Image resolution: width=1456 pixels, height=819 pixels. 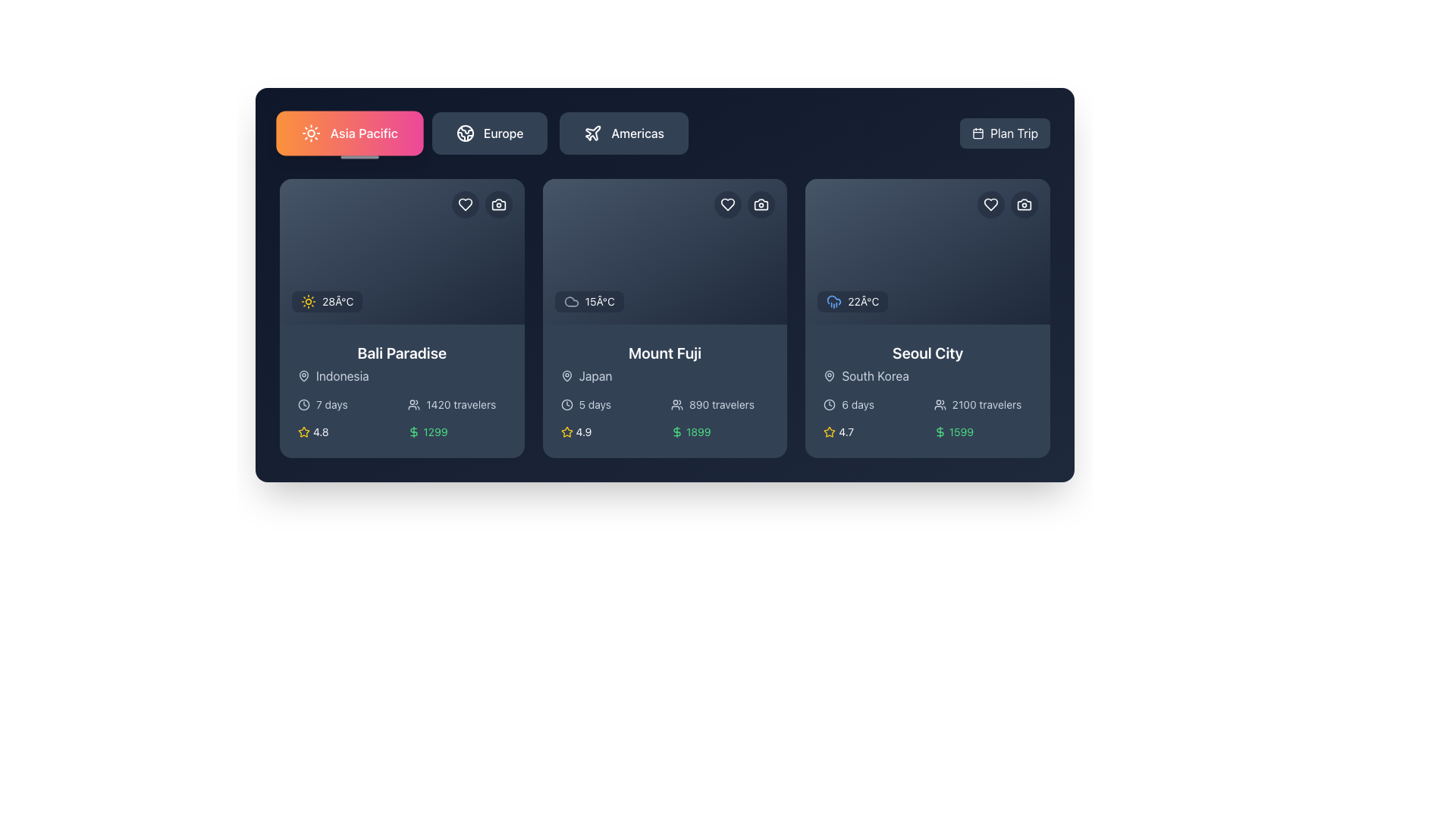 I want to click on the travel information section for 'Bali Paradise', so click(x=402, y=391).